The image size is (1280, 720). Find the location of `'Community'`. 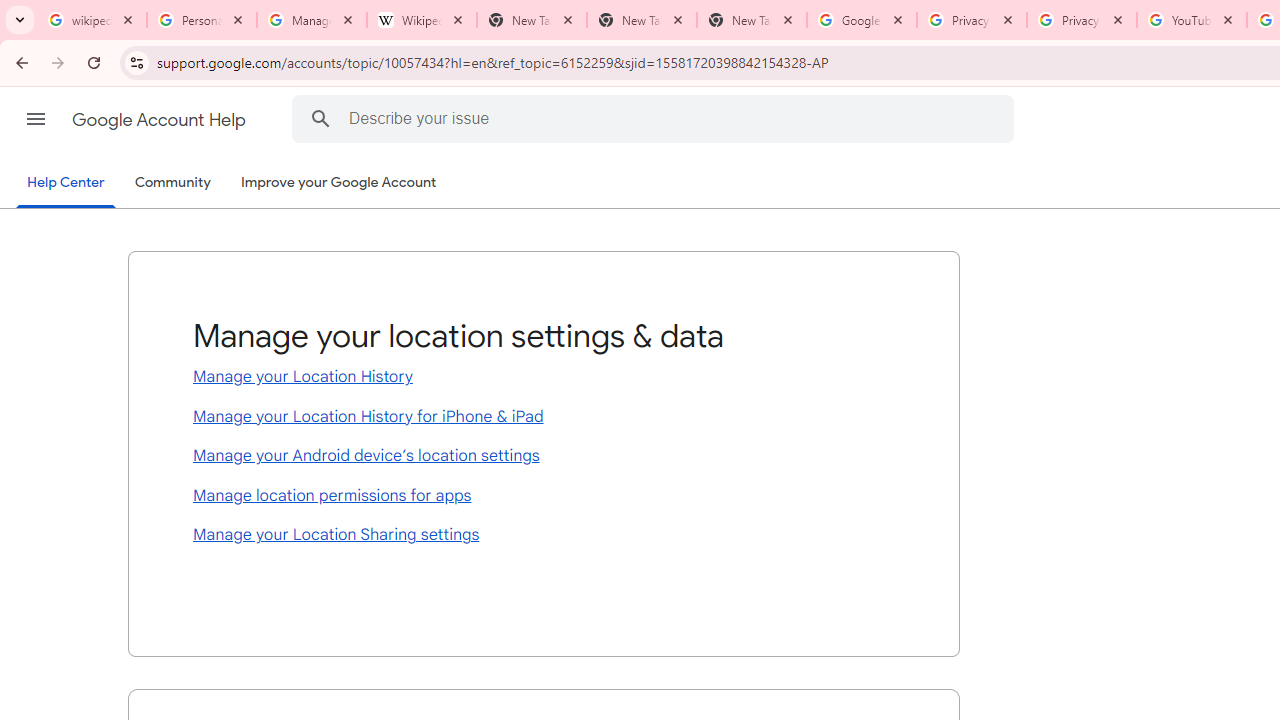

'Community' is located at coordinates (172, 183).